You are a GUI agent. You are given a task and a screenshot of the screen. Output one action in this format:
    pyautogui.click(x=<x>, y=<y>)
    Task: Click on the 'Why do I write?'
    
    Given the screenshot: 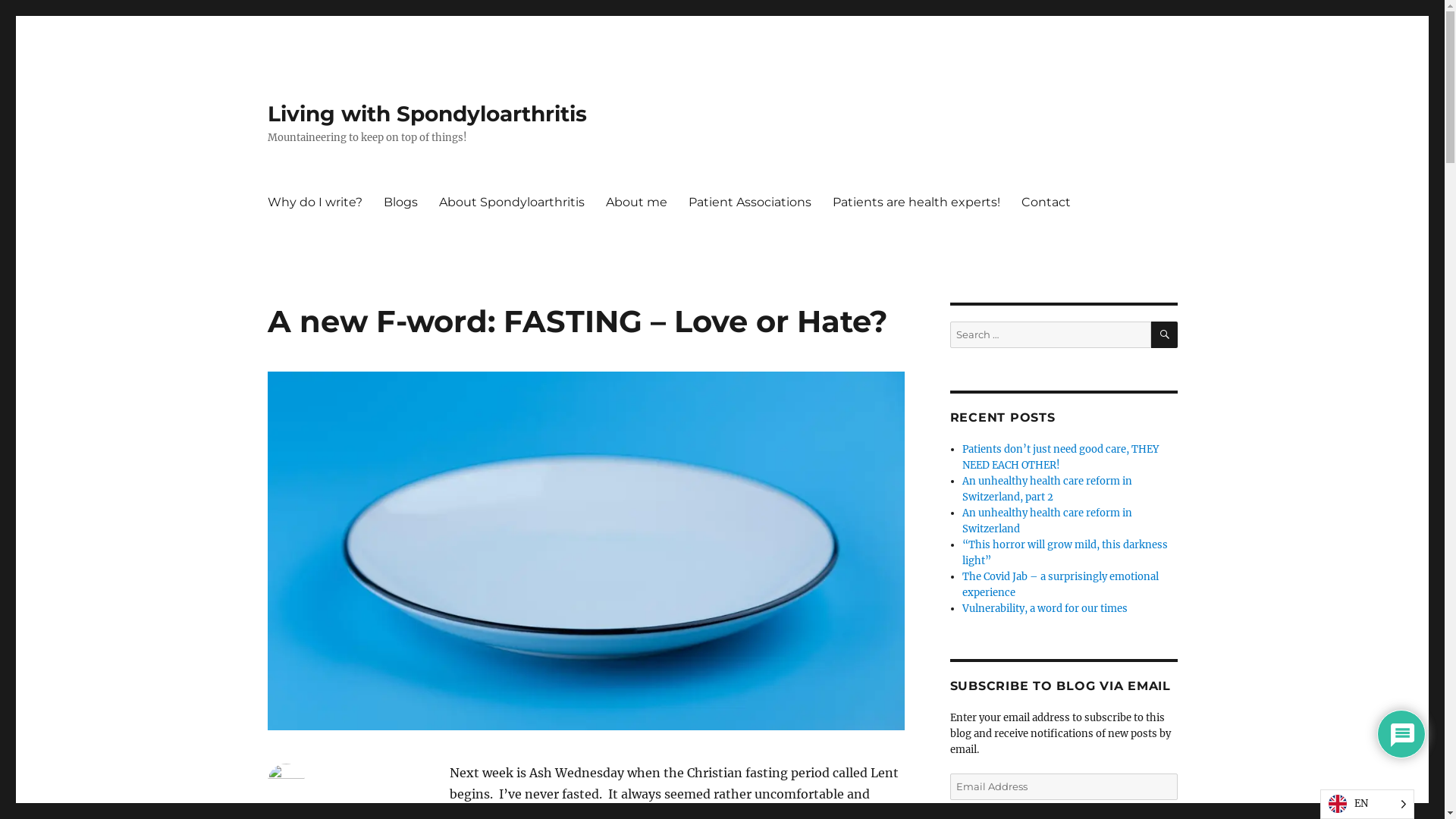 What is the action you would take?
    pyautogui.click(x=313, y=201)
    